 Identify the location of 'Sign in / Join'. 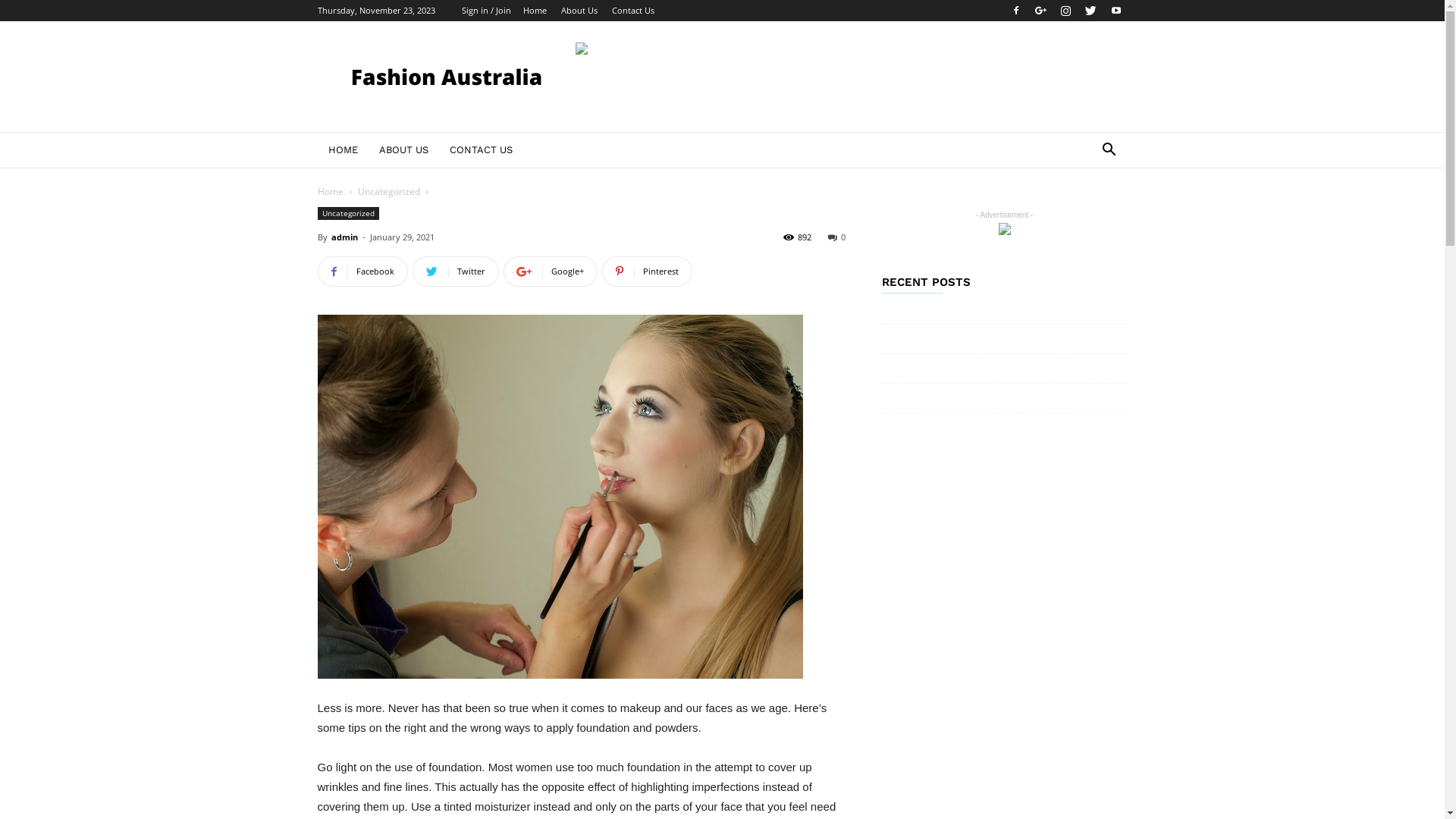
(485, 10).